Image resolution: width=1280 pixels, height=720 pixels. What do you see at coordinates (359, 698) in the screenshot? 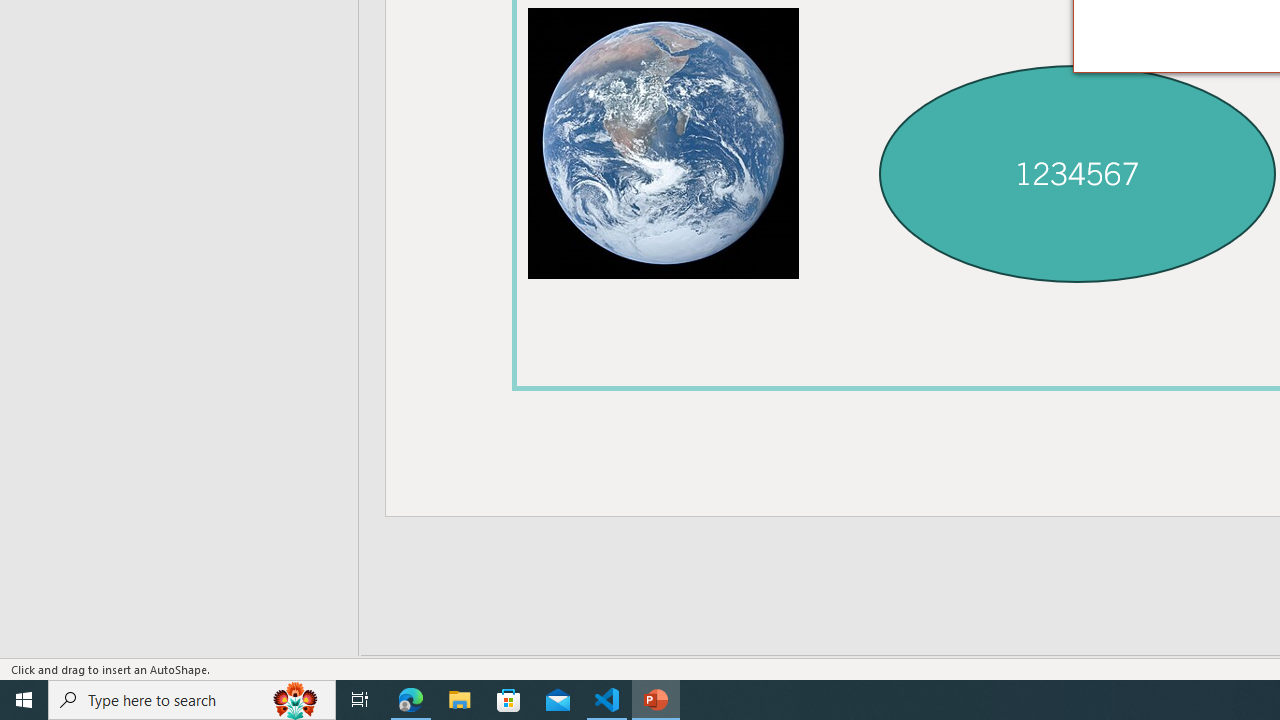
I see `'Task View'` at bounding box center [359, 698].